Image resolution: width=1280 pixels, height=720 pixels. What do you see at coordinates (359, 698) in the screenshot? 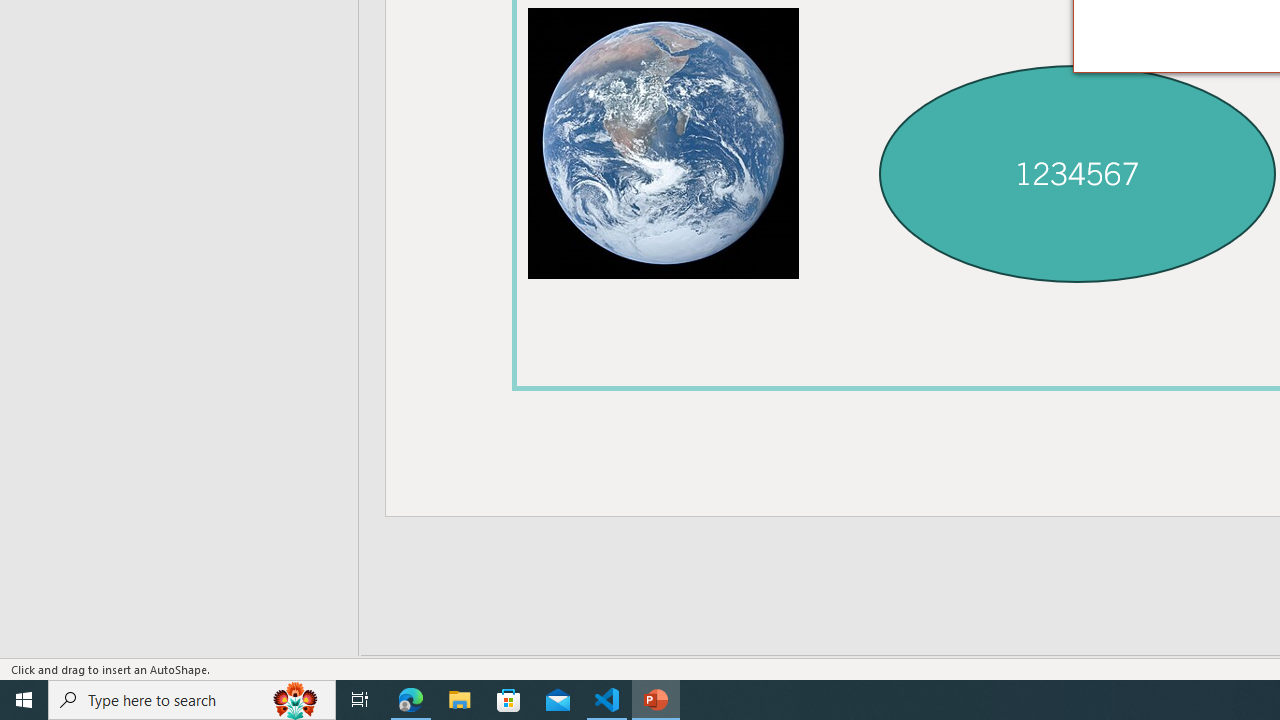
I see `'Task View'` at bounding box center [359, 698].